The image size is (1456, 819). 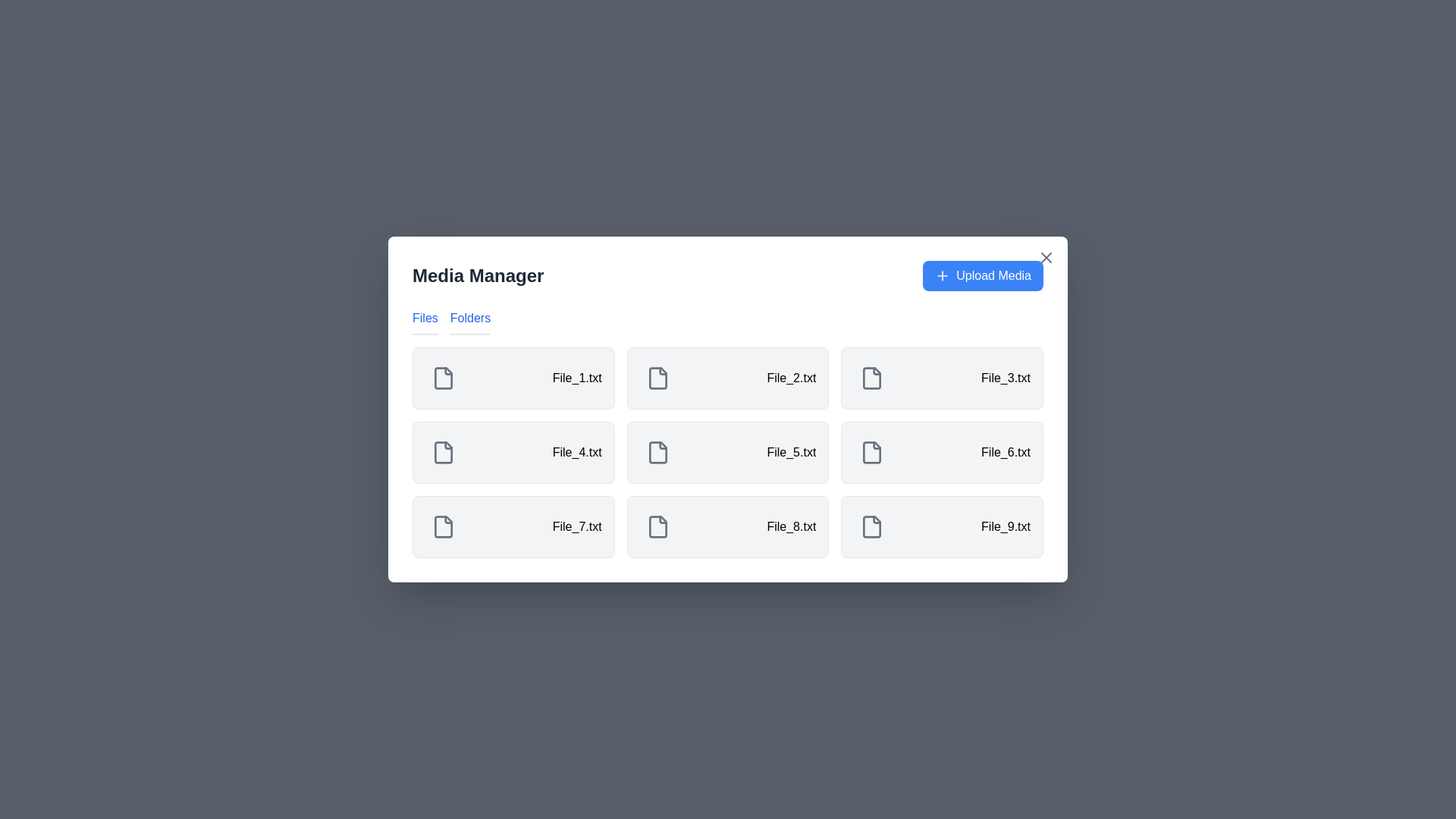 I want to click on or highlight the text of the file label 'File_5.txt' located in the third row, second column of the grid layout, so click(x=790, y=452).